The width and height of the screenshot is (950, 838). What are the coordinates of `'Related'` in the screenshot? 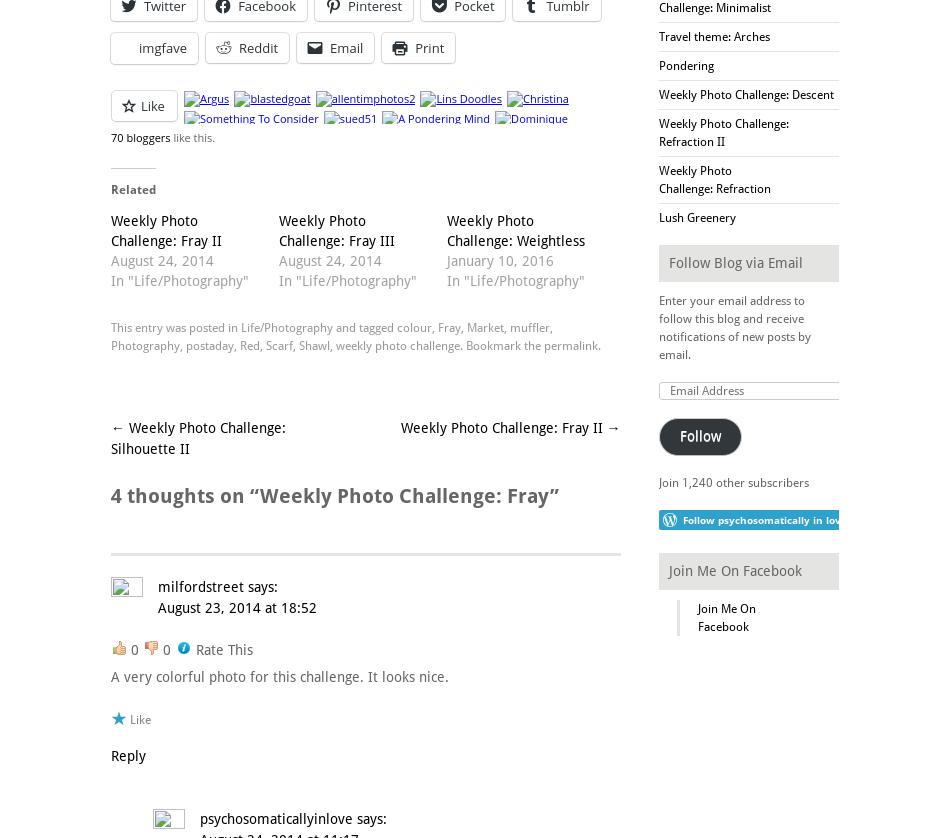 It's located at (133, 188).